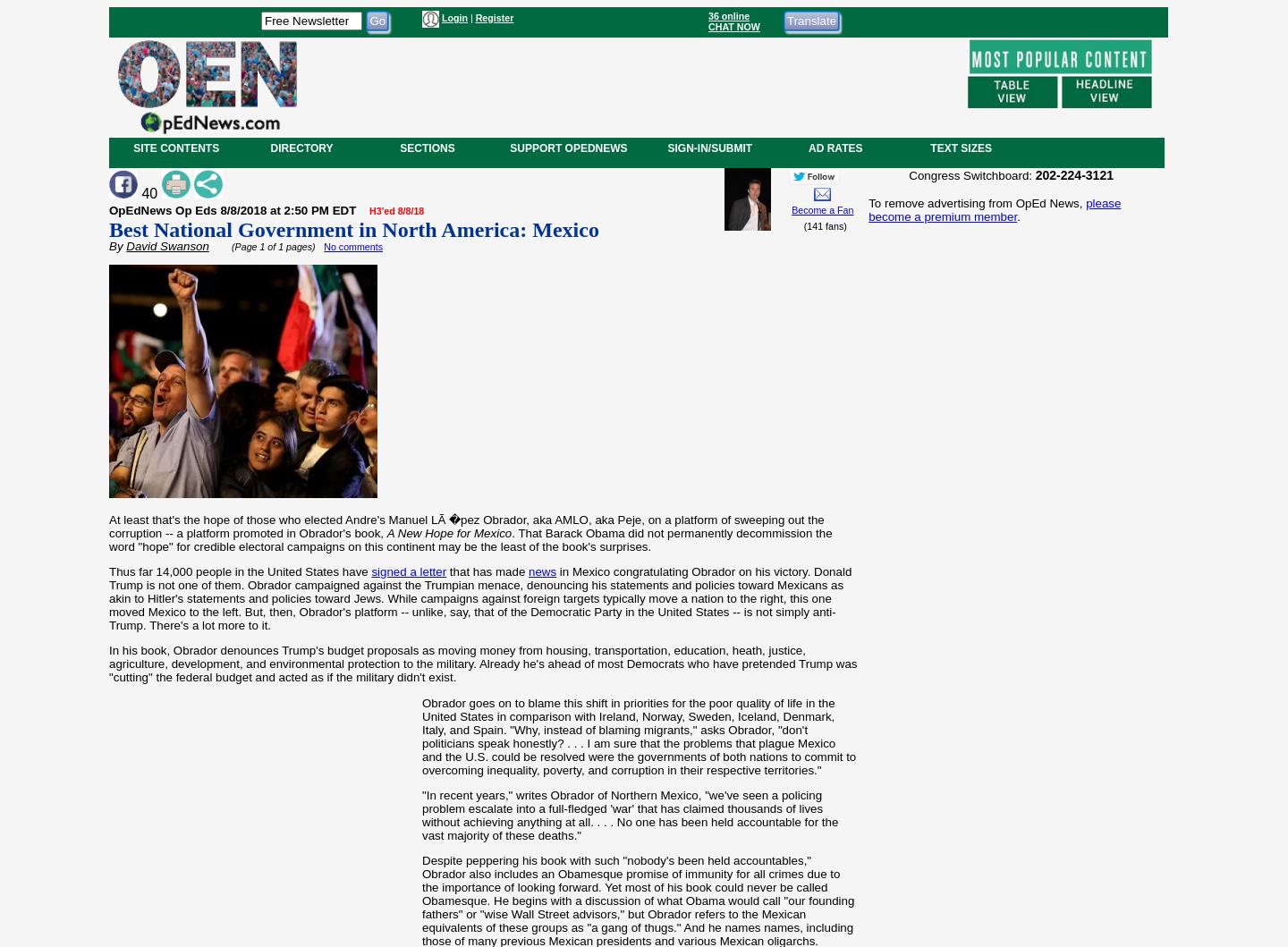  I want to click on 'At least that's the hope of those who elected Andre's Manuel LÃ �pez Obrador, aka AMLO, aka Peje, on a platform of sweeping out the corruption -- a platform promoted in Obrador's book,', so click(465, 524).